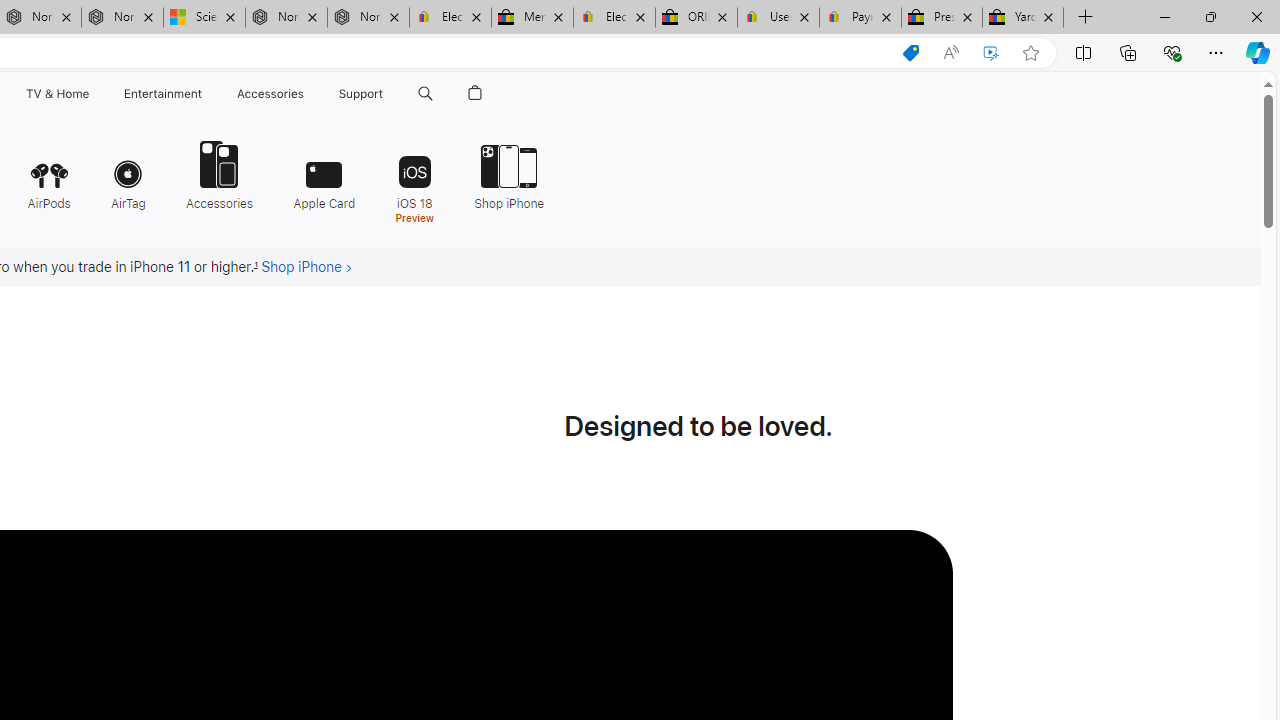  Describe the element at coordinates (255, 266) in the screenshot. I see `'Footnote 1'` at that location.